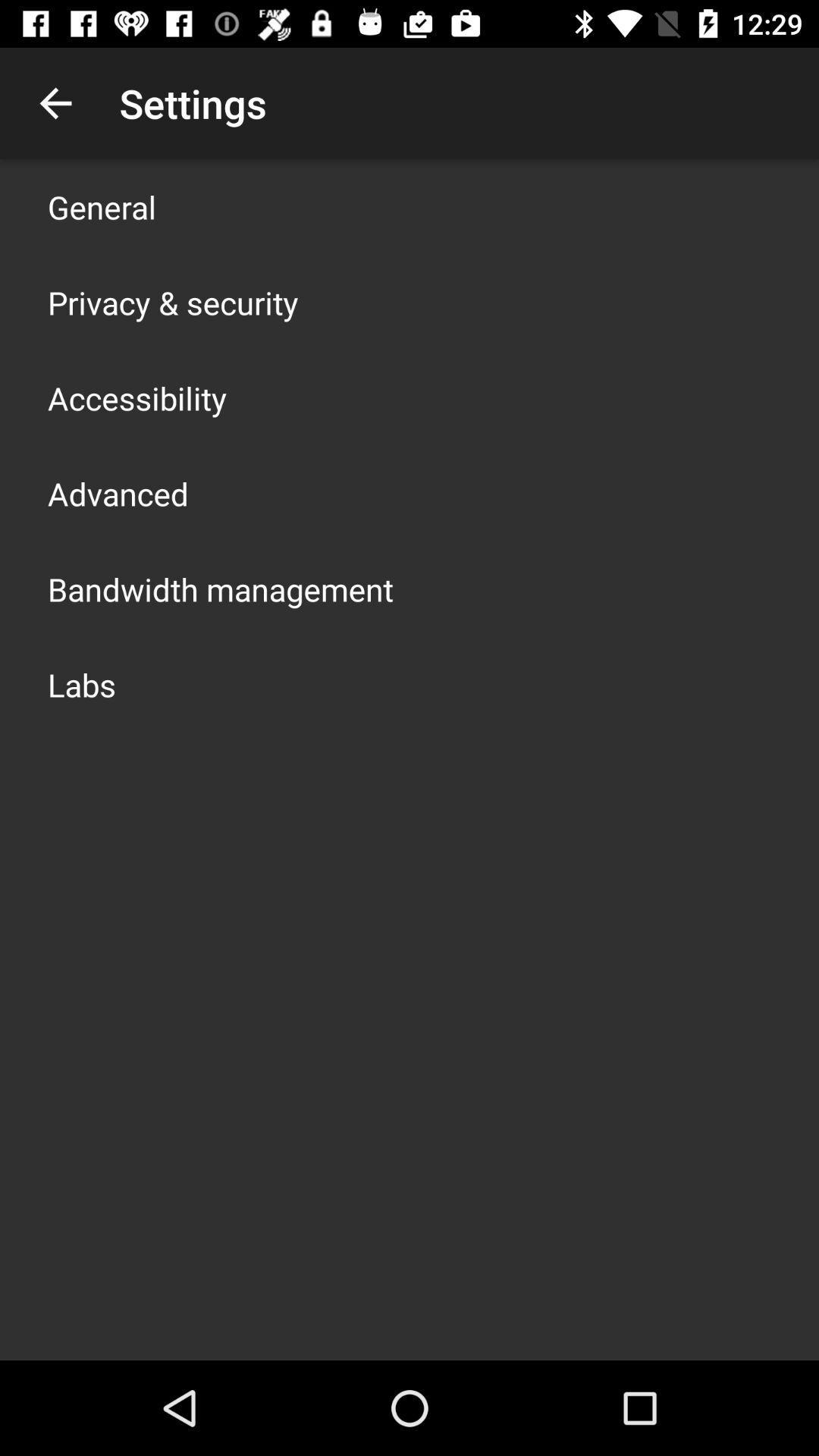 The height and width of the screenshot is (1456, 819). I want to click on bandwidth management icon, so click(220, 588).